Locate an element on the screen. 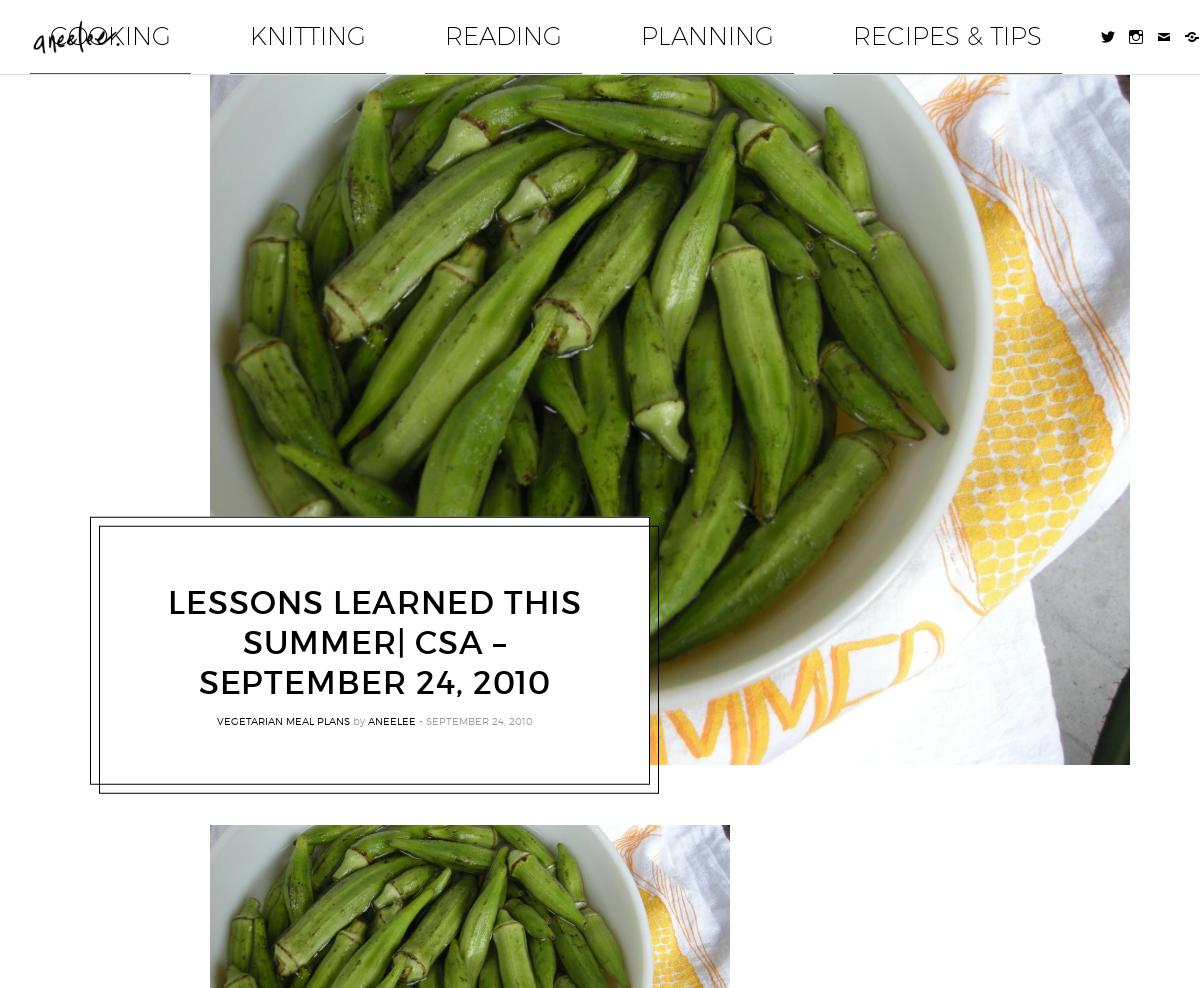  'September 24, 2010' is located at coordinates (478, 706).